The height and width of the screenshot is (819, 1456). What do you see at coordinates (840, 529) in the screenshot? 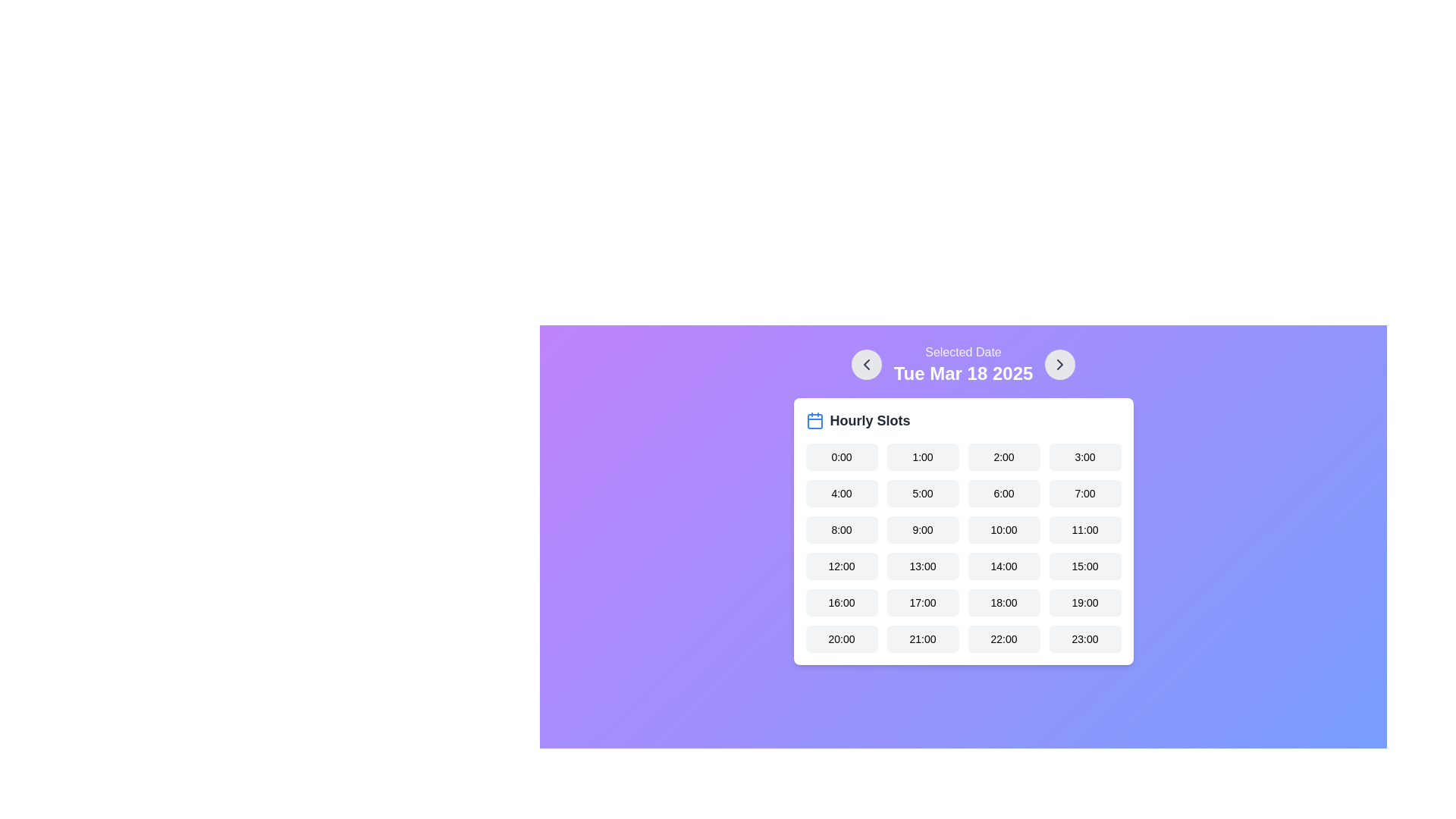
I see `the rectangular button labeled '8:00' with a gray background and rounded corners` at bounding box center [840, 529].